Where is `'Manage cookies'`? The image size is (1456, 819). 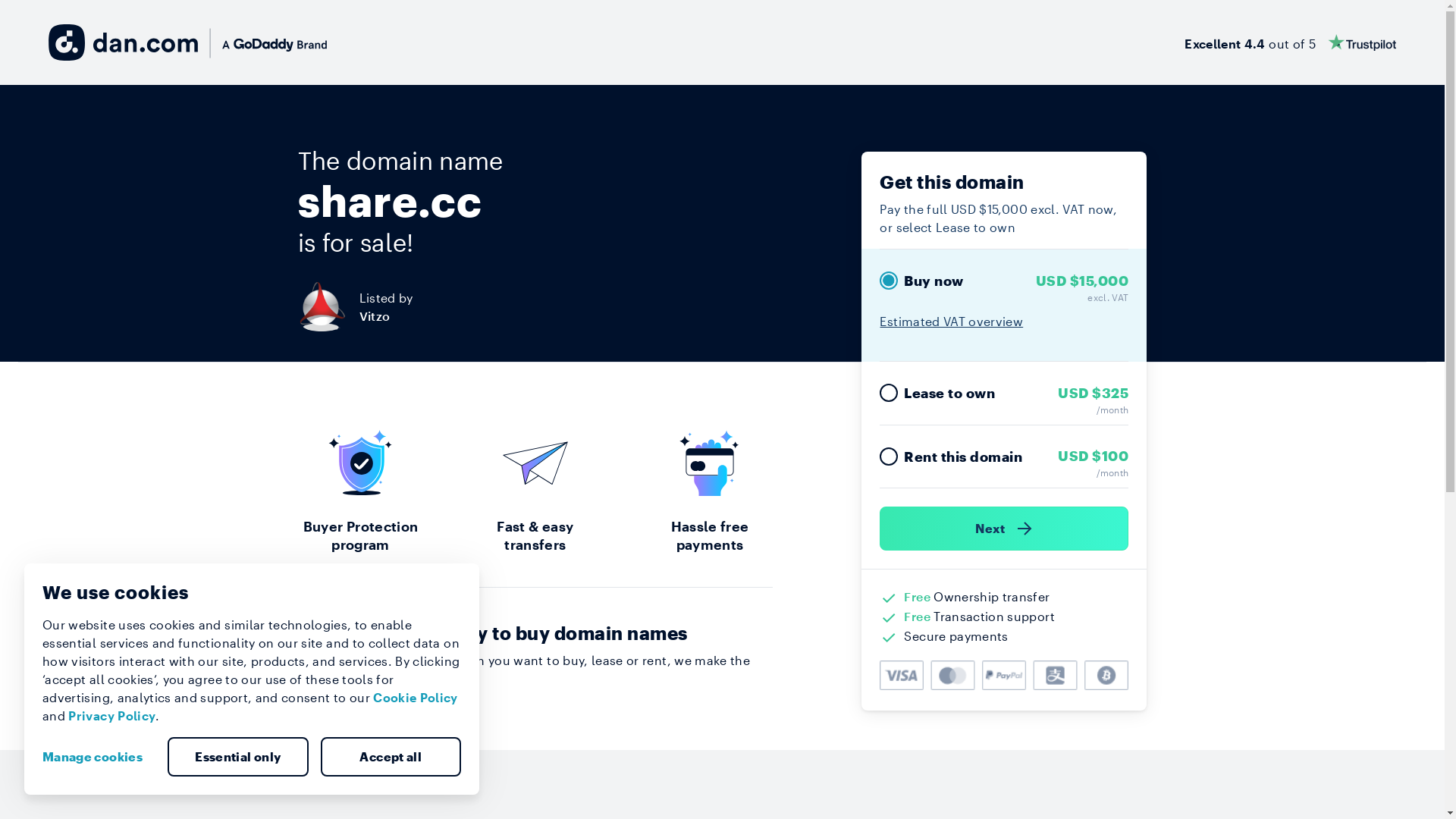 'Manage cookies' is located at coordinates (97, 757).